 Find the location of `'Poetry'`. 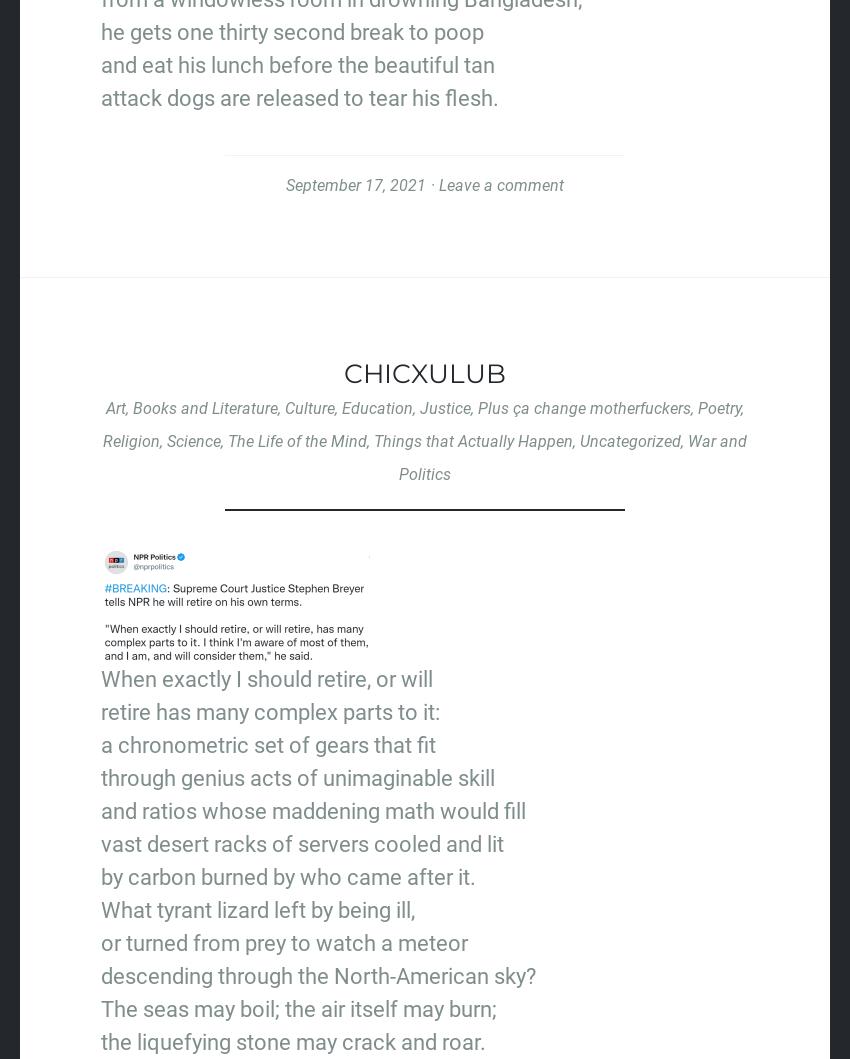

'Poetry' is located at coordinates (718, 406).